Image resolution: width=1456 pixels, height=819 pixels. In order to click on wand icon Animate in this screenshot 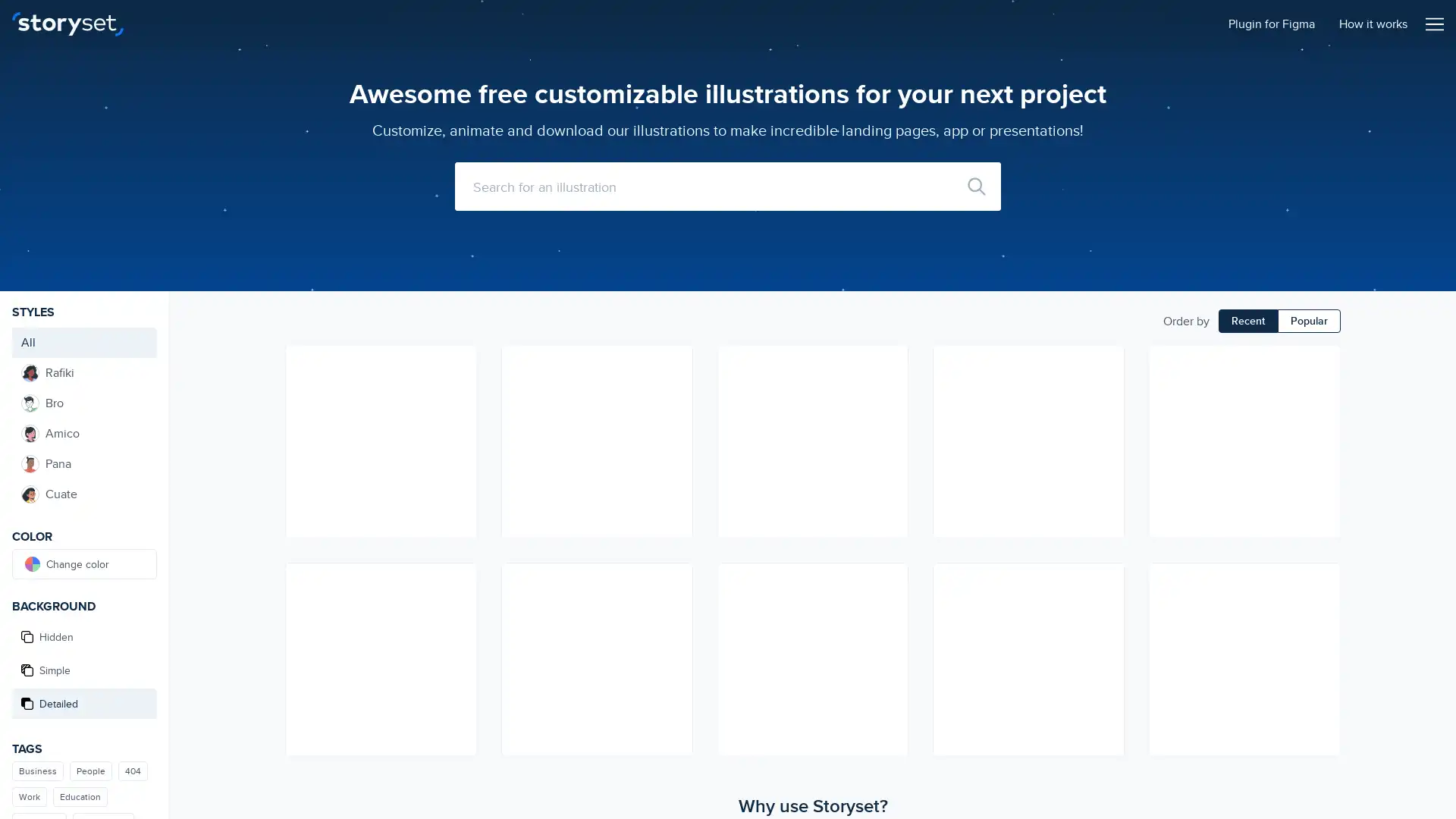, I will do `click(1106, 363)`.